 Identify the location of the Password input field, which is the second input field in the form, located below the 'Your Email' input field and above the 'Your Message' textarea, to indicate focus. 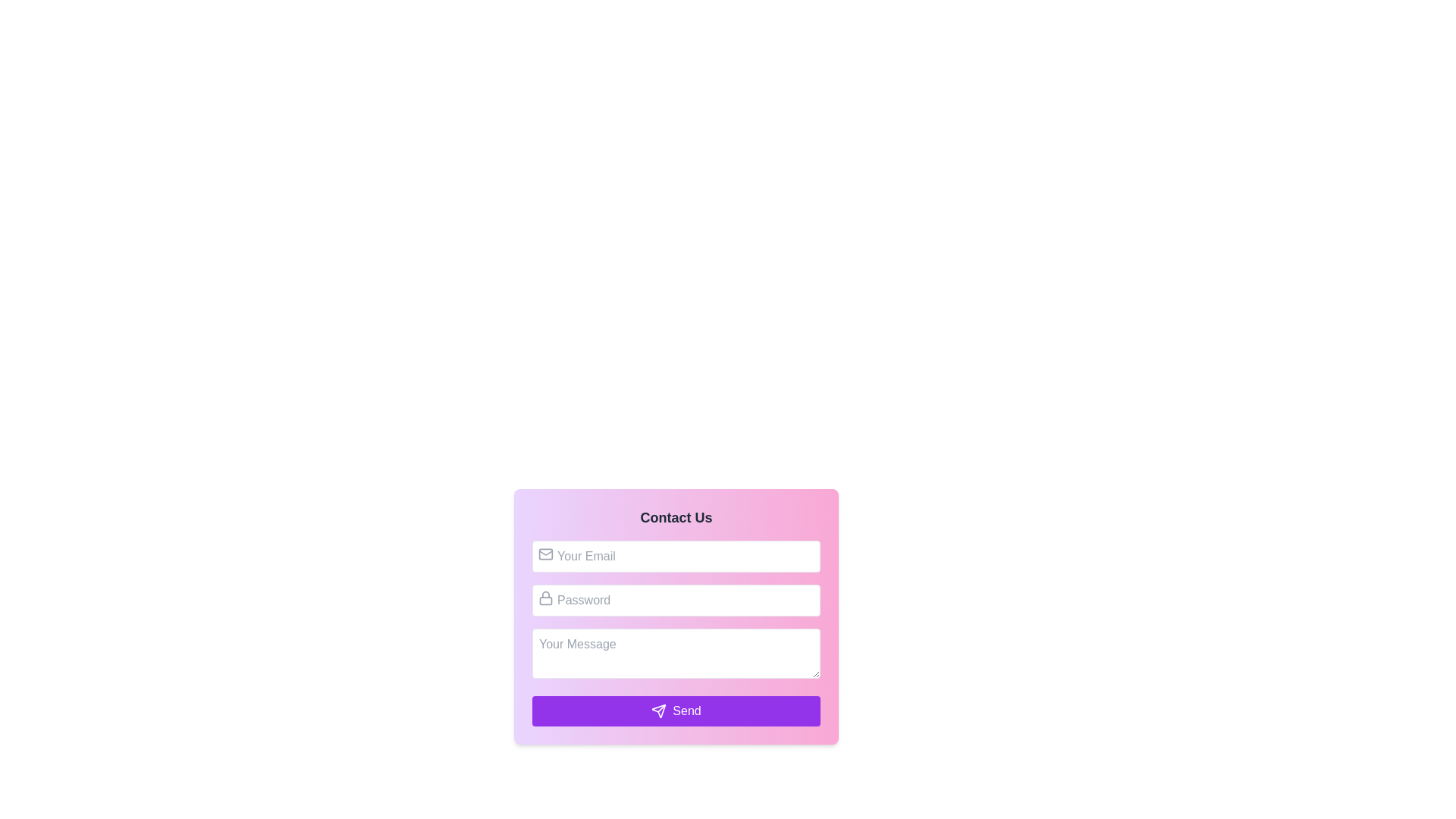
(676, 599).